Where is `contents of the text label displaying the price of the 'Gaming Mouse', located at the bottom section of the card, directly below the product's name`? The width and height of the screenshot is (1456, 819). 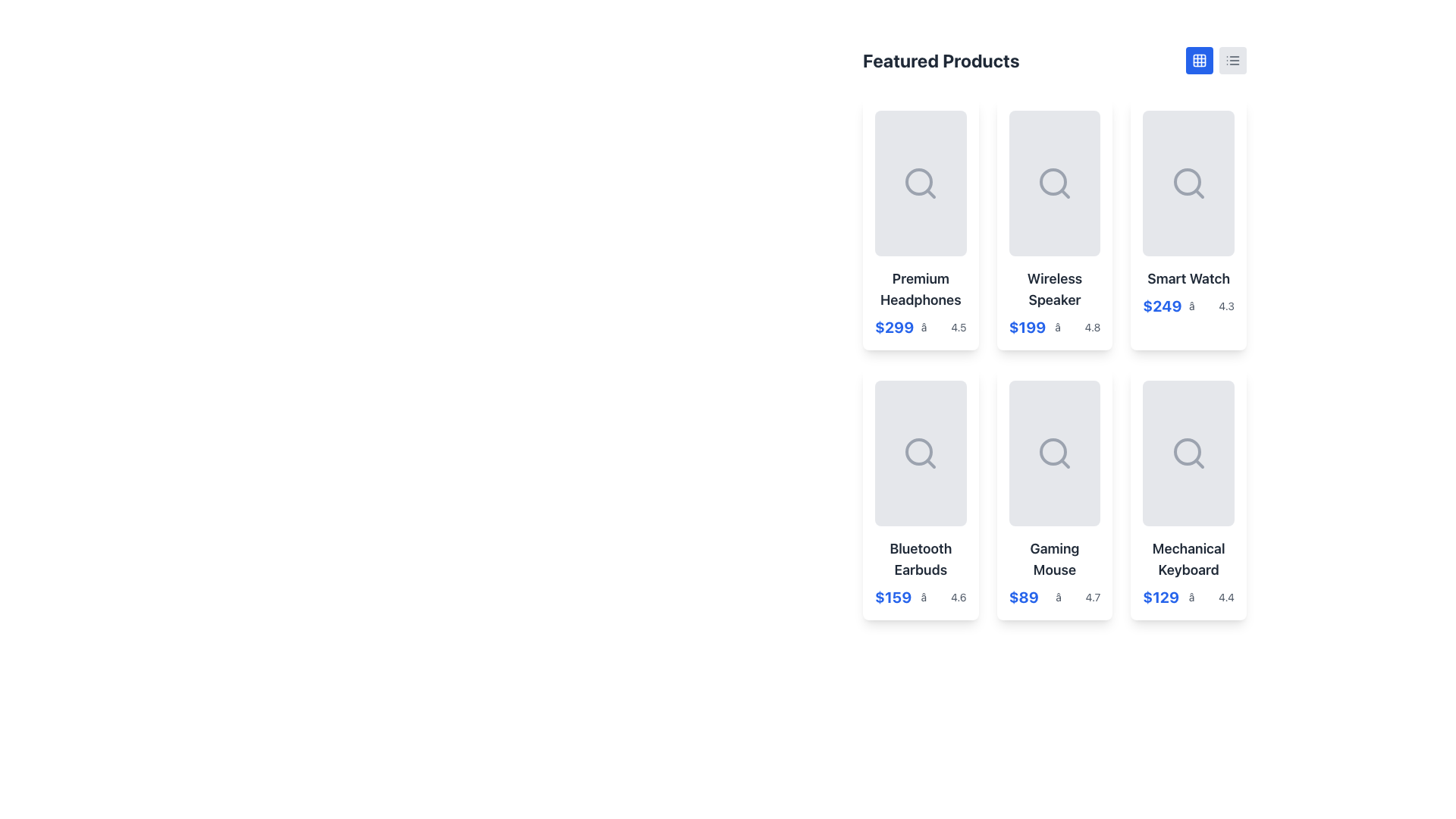
contents of the text label displaying the price of the 'Gaming Mouse', located at the bottom section of the card, directly below the product's name is located at coordinates (1024, 596).